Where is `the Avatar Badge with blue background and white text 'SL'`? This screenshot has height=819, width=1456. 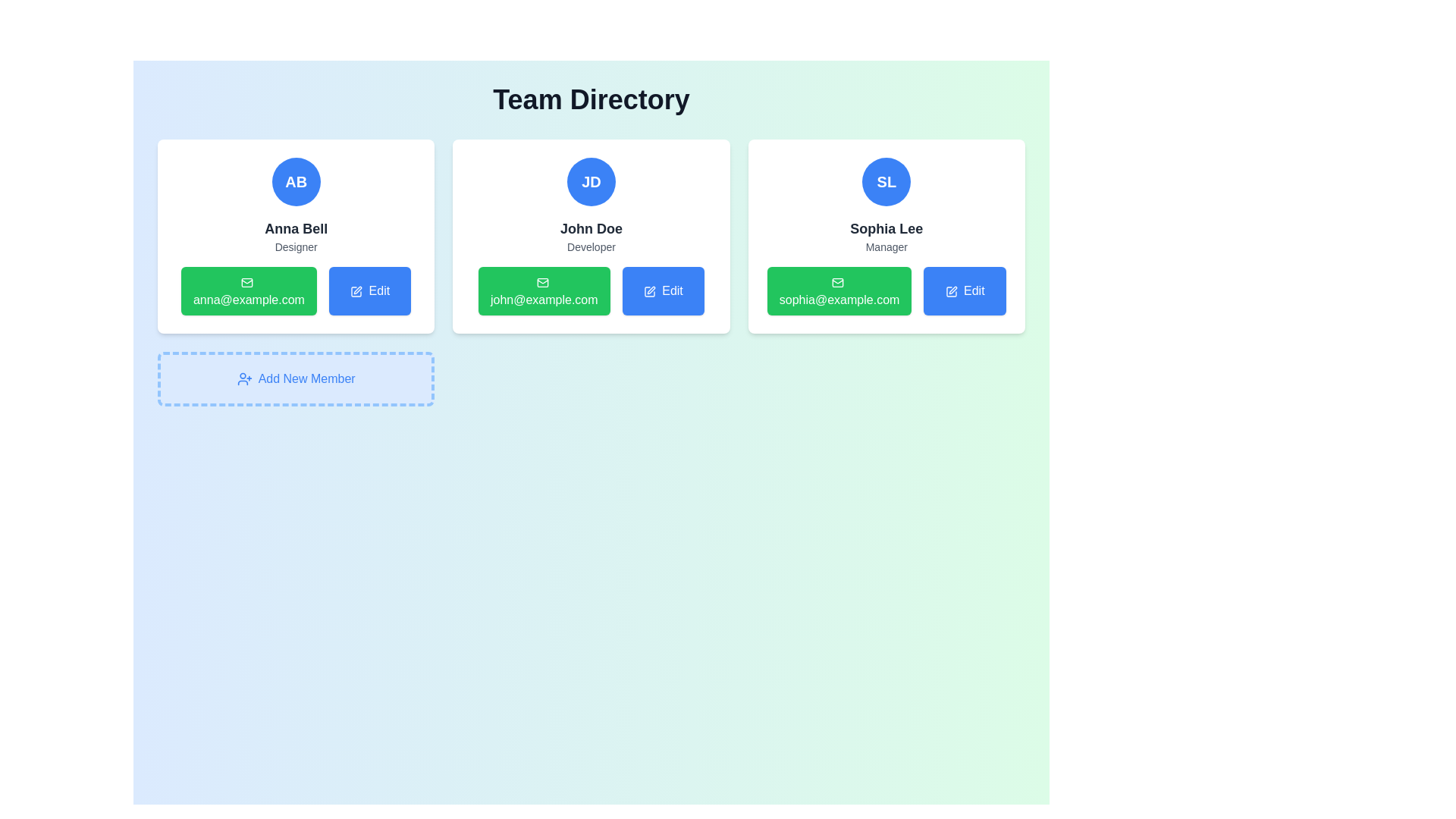
the Avatar Badge with blue background and white text 'SL' is located at coordinates (886, 180).